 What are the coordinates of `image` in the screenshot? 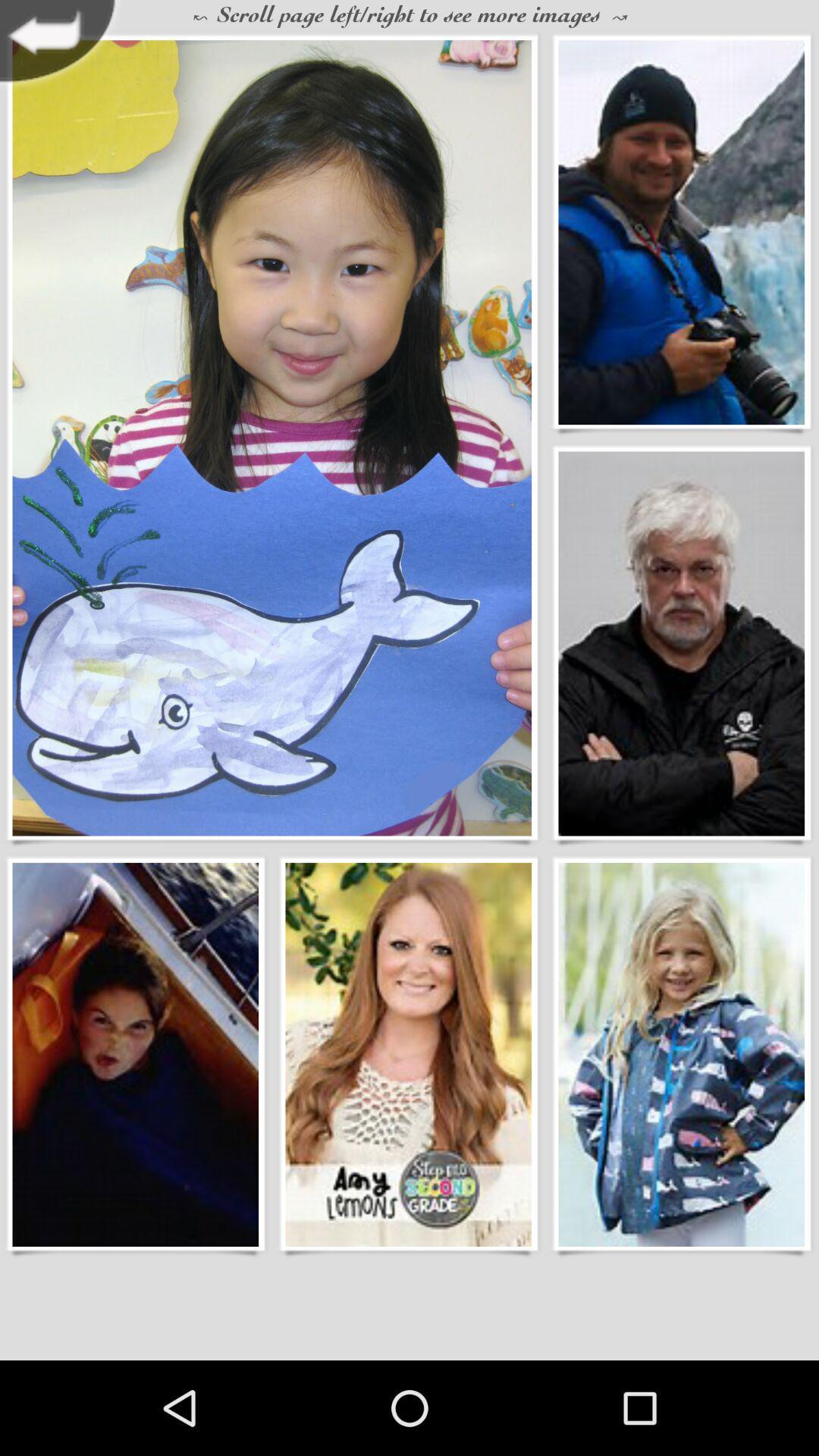 It's located at (680, 231).